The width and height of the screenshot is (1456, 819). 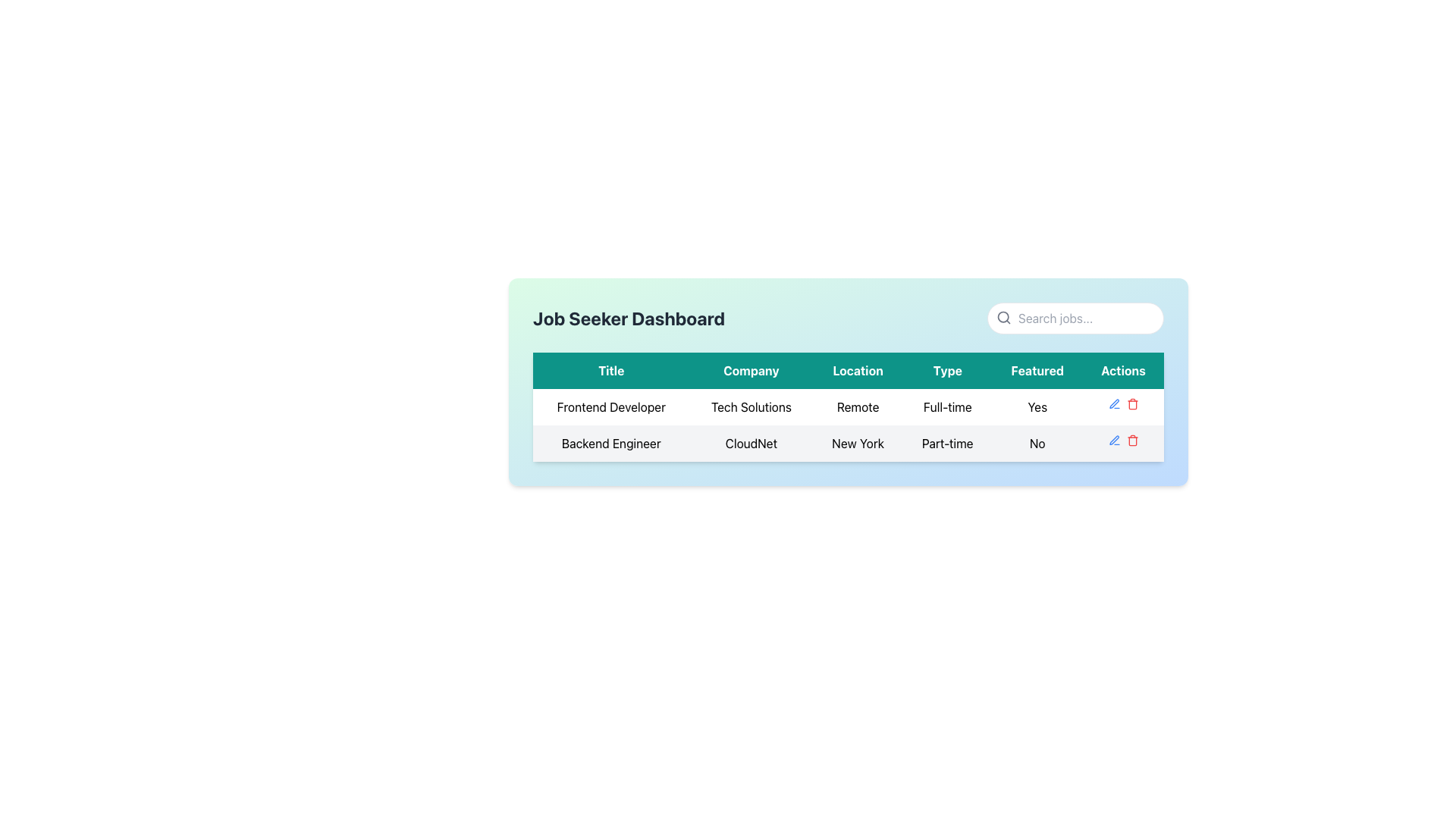 I want to click on the edit icon represented by a pen in the Actions column of the last row, so click(x=1114, y=403).